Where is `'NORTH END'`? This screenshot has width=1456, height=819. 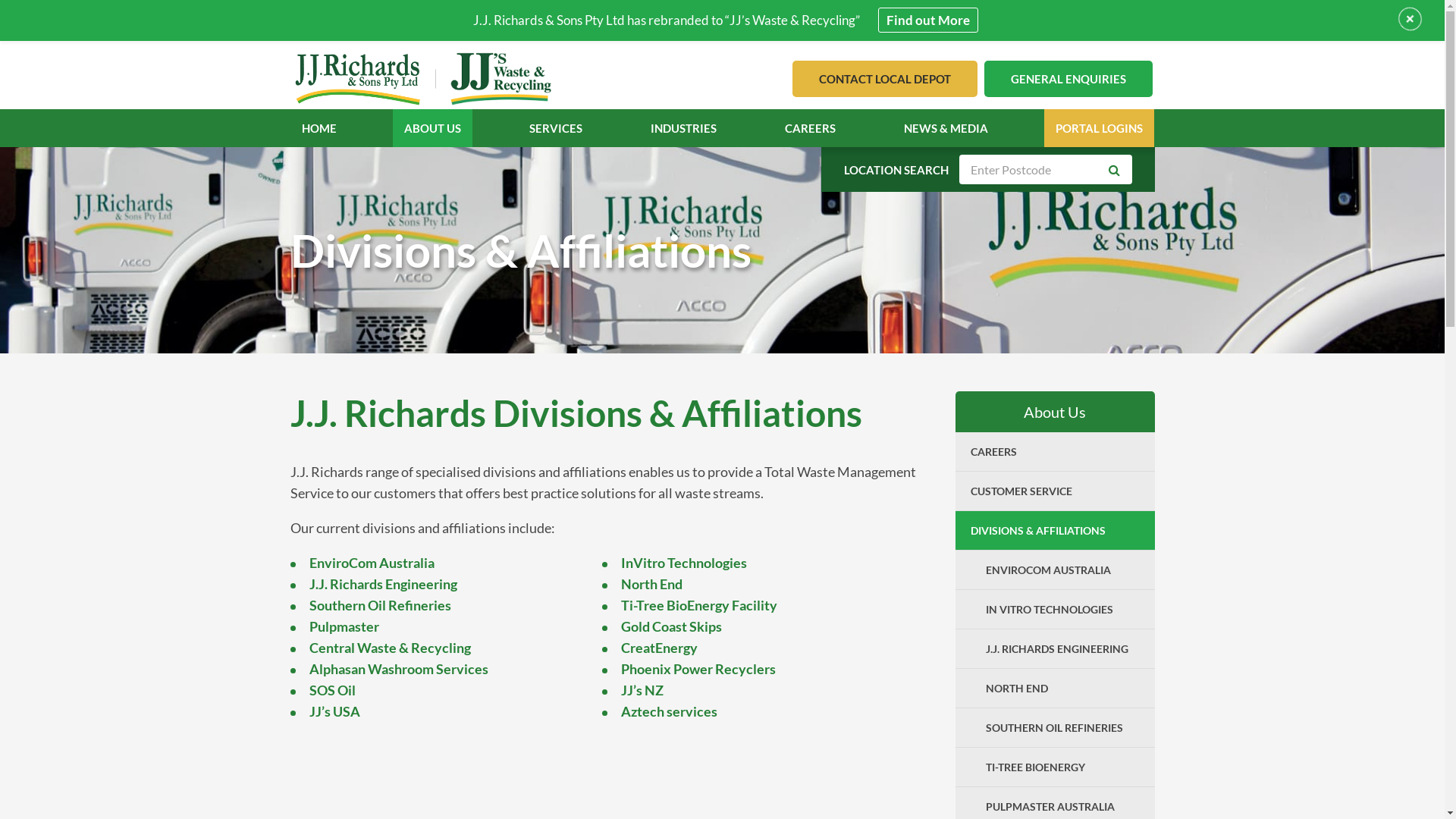 'NORTH END' is located at coordinates (1062, 688).